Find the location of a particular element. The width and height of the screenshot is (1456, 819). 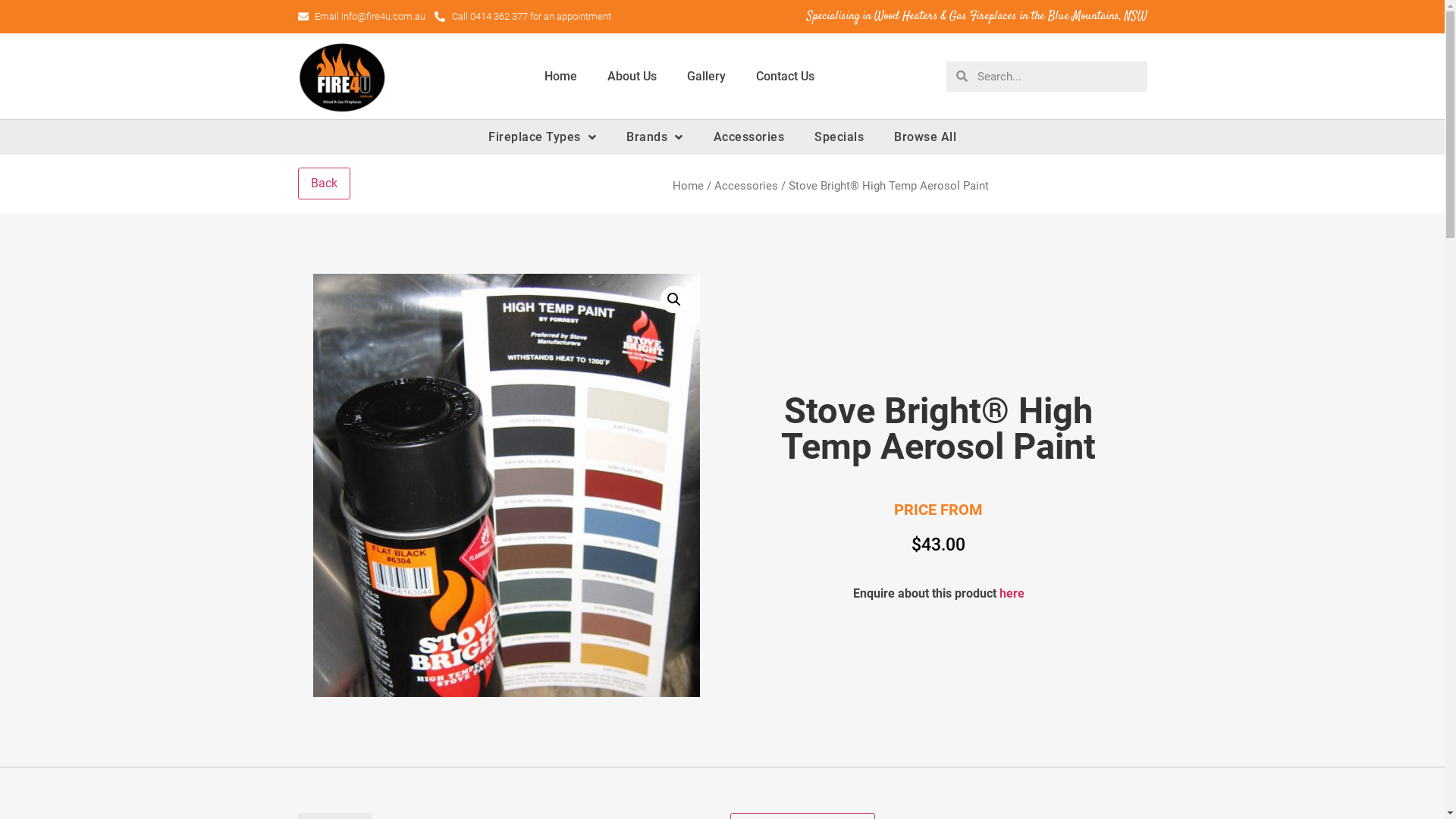

'Specials' is located at coordinates (838, 137).